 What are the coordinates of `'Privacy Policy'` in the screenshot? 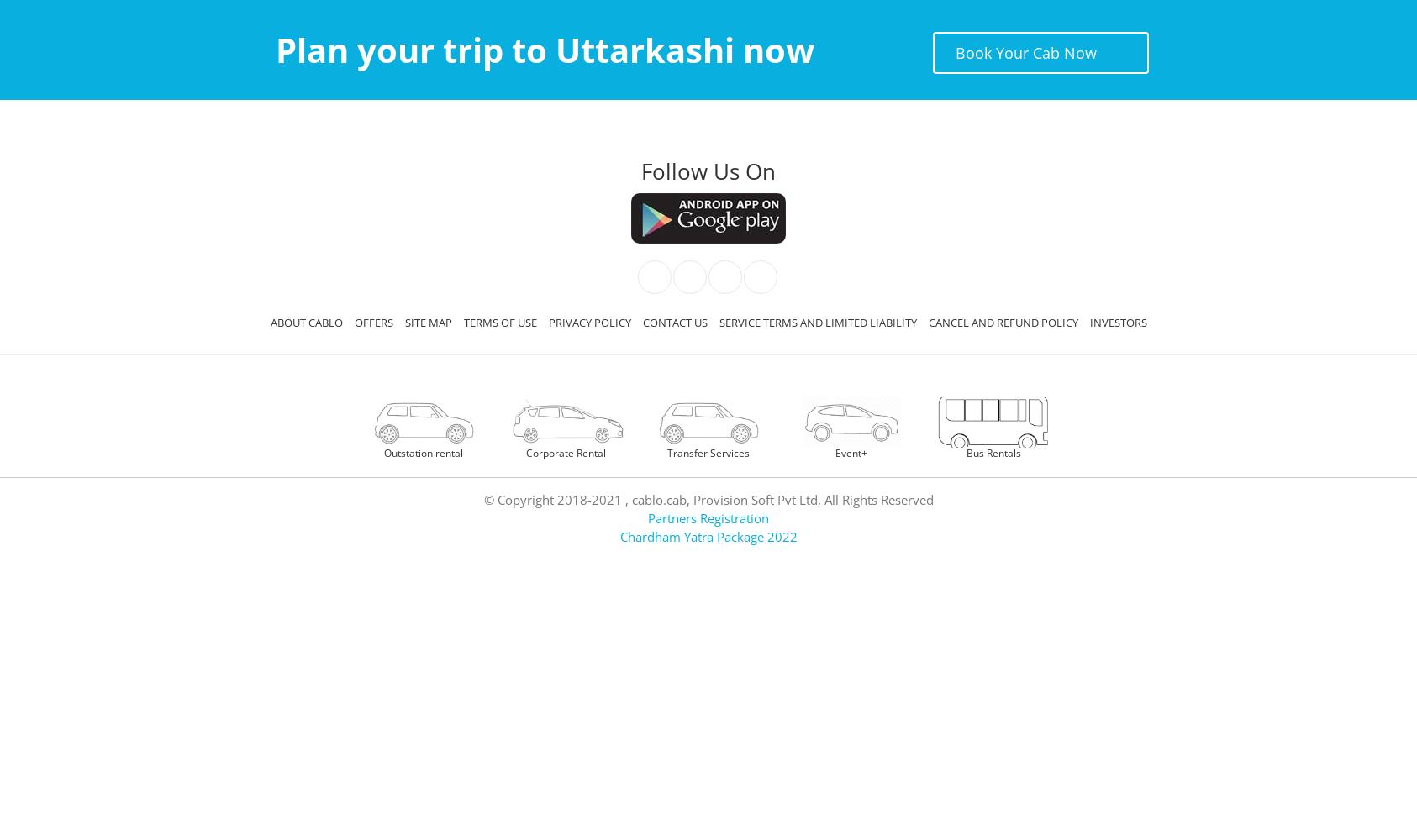 It's located at (588, 323).